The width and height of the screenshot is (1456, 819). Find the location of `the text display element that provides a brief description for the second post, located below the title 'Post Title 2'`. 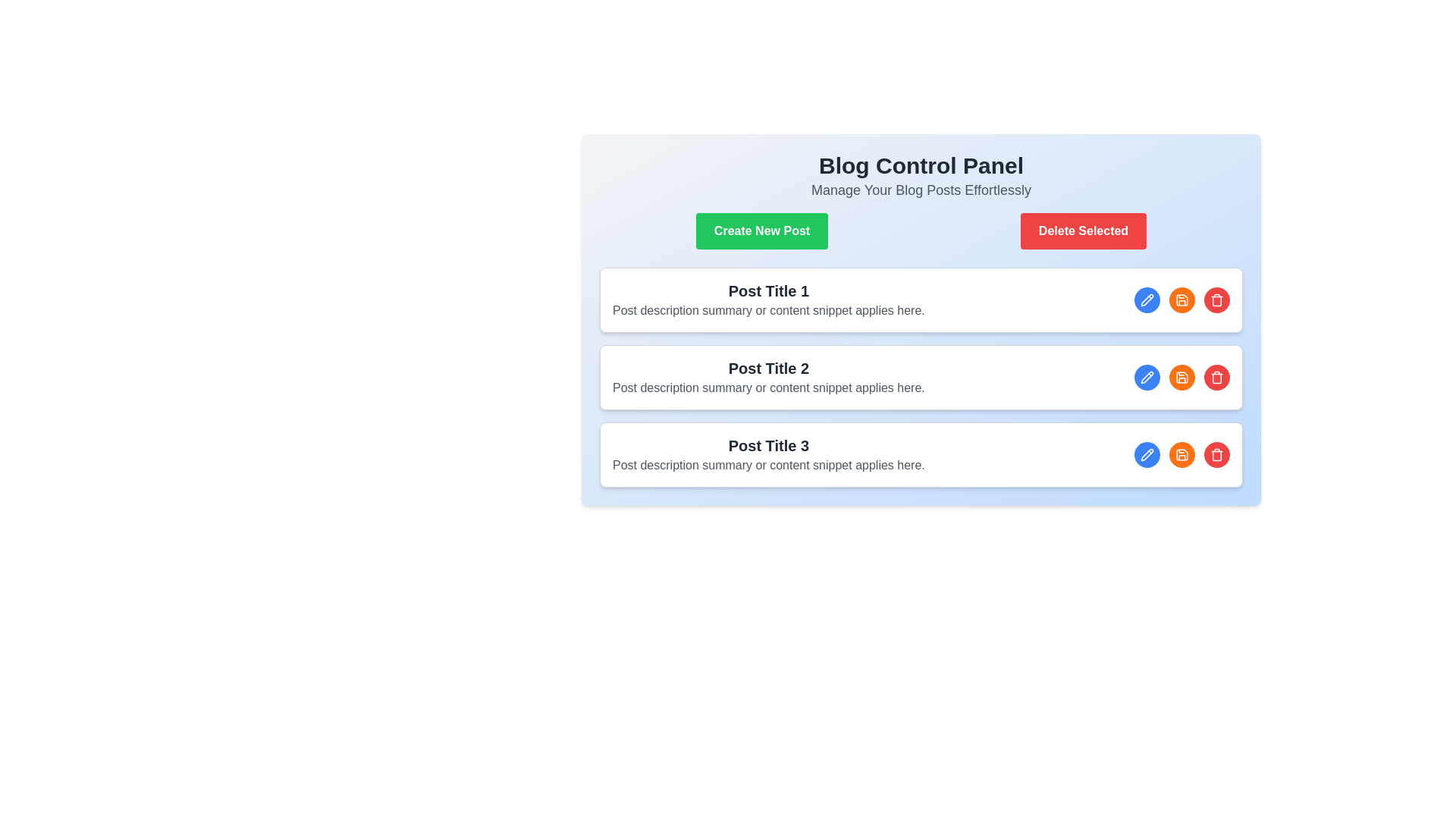

the text display element that provides a brief description for the second post, located below the title 'Post Title 2' is located at coordinates (768, 388).